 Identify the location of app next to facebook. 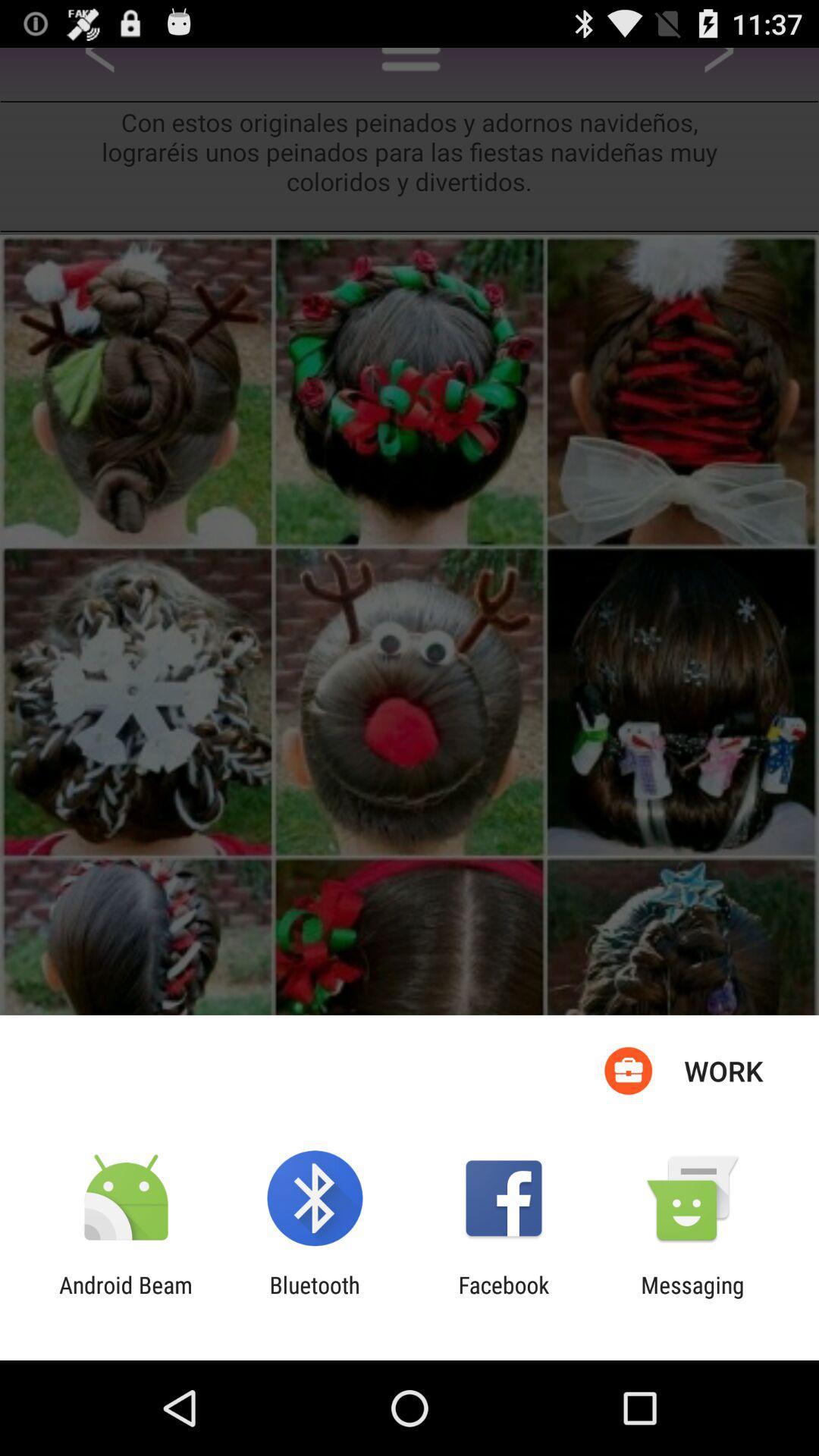
(314, 1298).